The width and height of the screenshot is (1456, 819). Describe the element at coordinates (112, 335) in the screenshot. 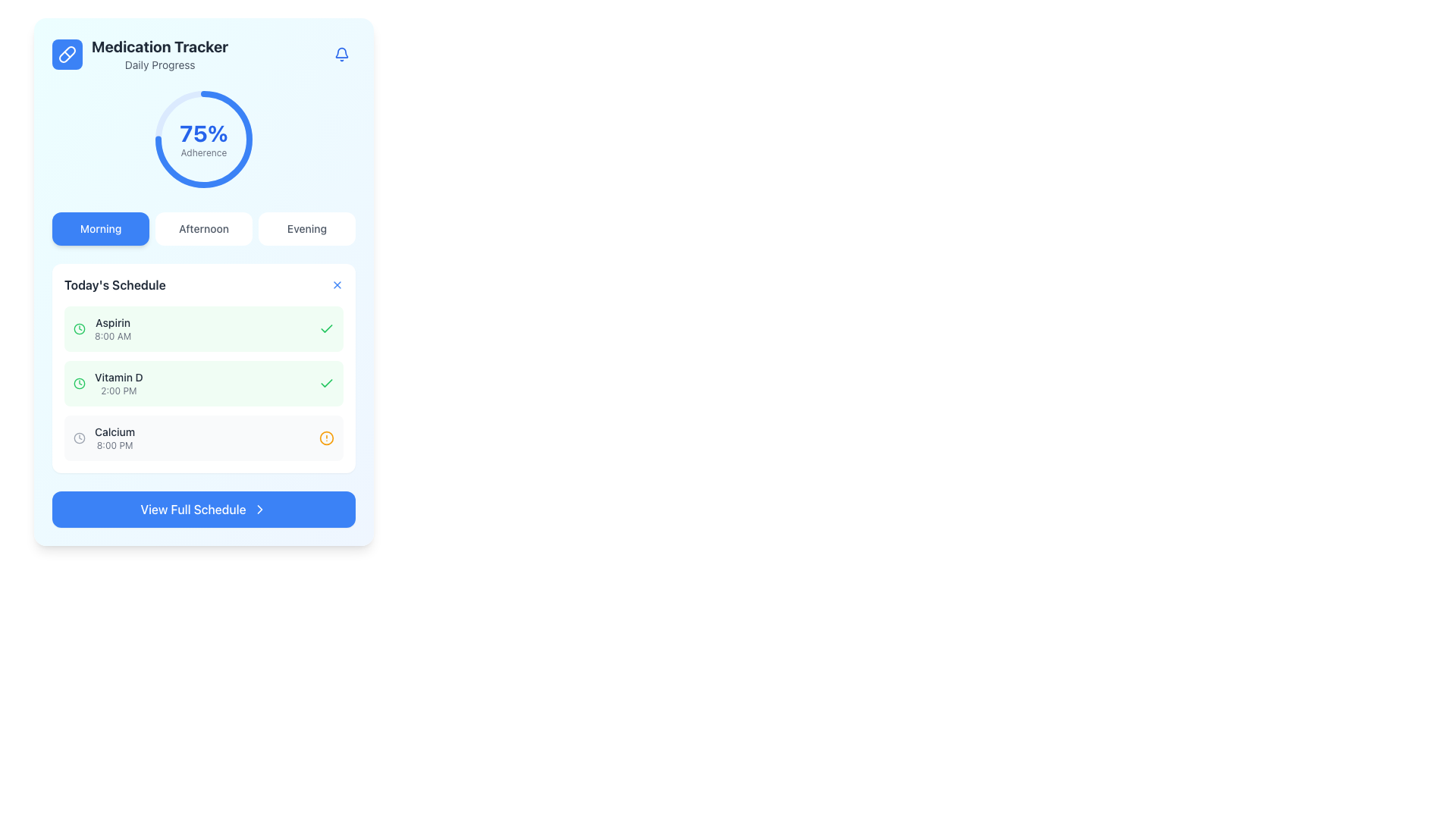

I see `the text indicating the scheduled time for the associated medication dosage located below the 'Aspirin' text within the green background in the 'Today's Schedule' section` at that location.